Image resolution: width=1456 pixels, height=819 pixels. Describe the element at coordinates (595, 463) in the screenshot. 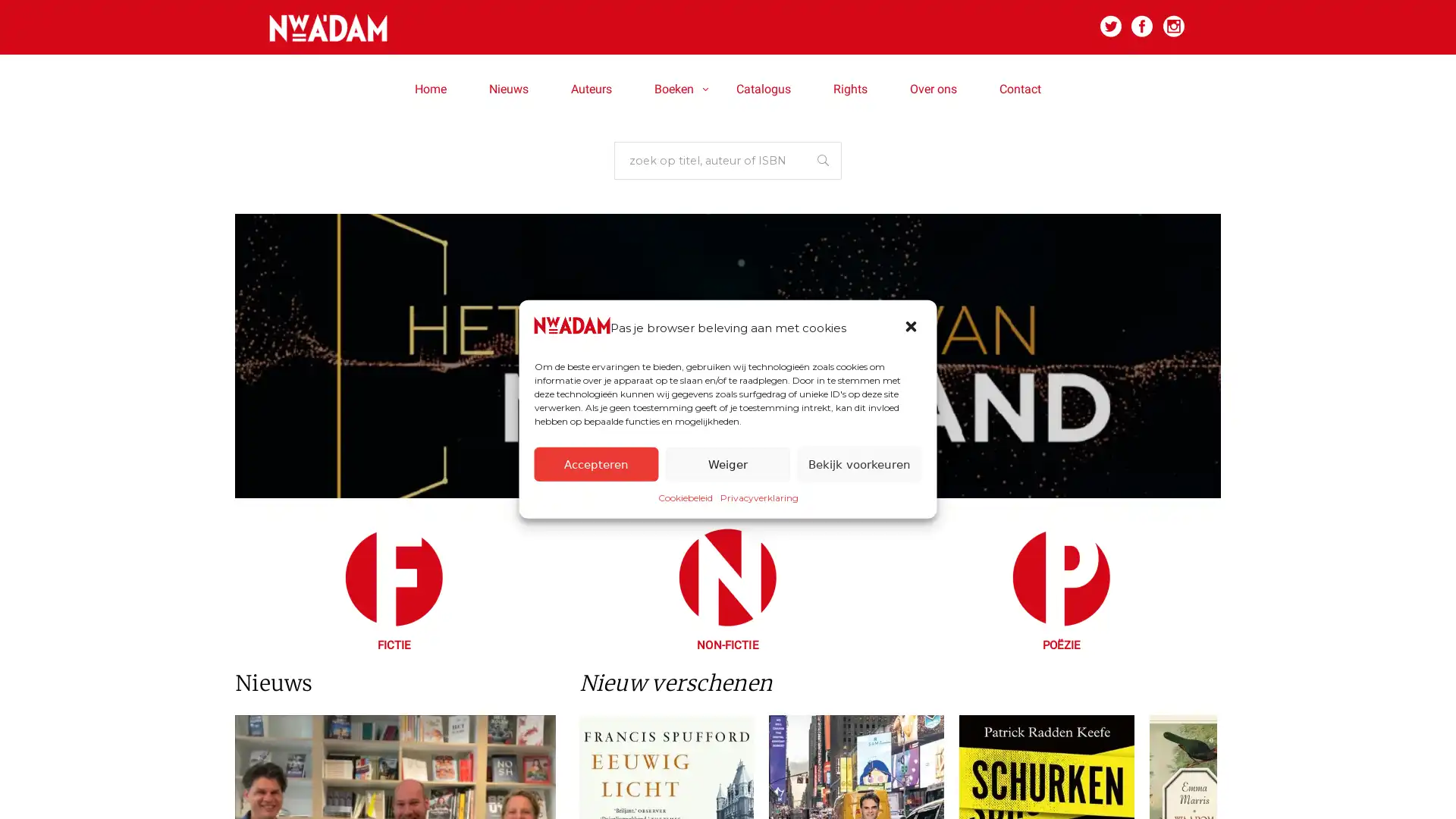

I see `Accepteren` at that location.